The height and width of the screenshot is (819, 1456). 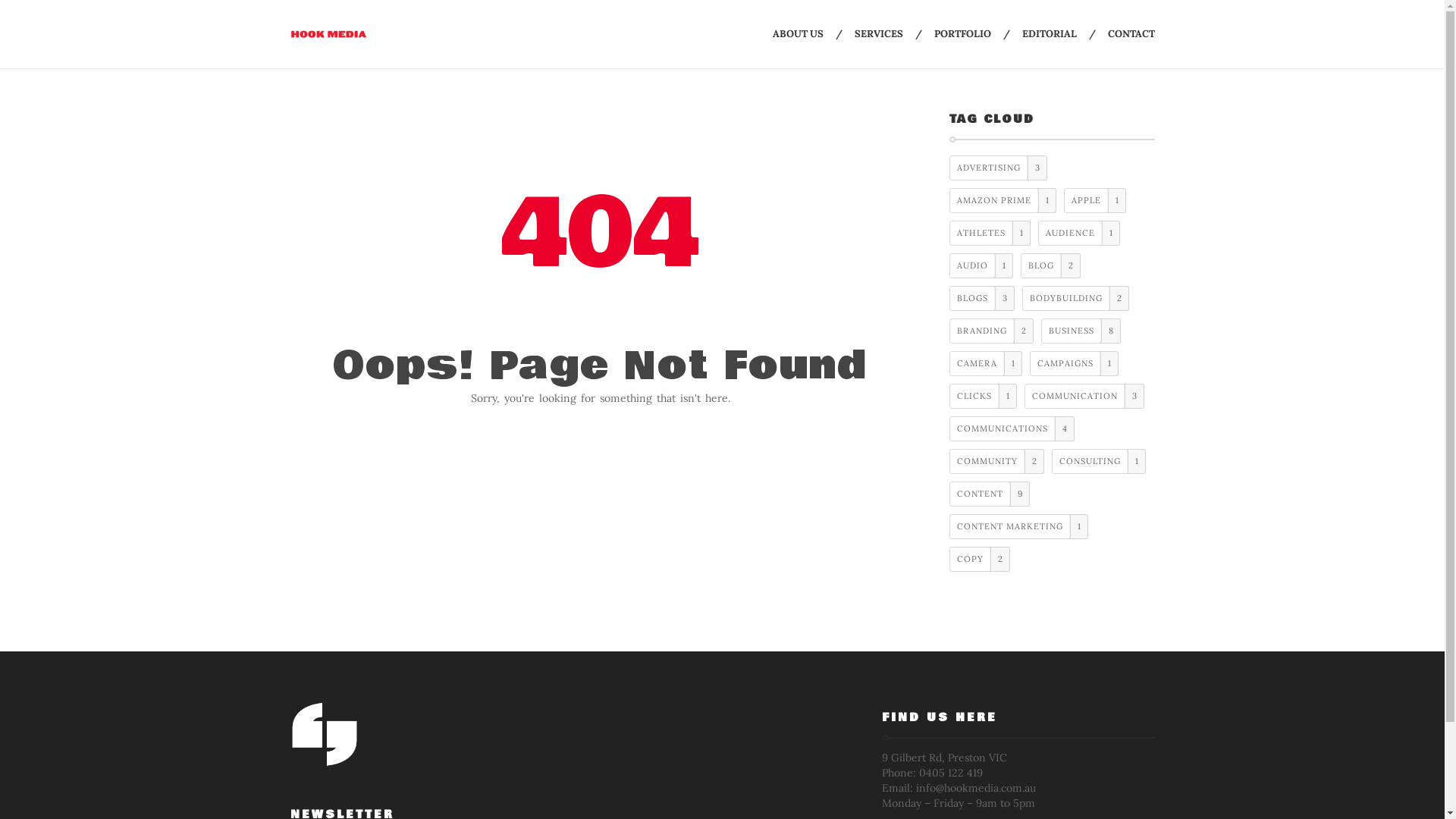 I want to click on 'CONTENT9', so click(x=990, y=494).